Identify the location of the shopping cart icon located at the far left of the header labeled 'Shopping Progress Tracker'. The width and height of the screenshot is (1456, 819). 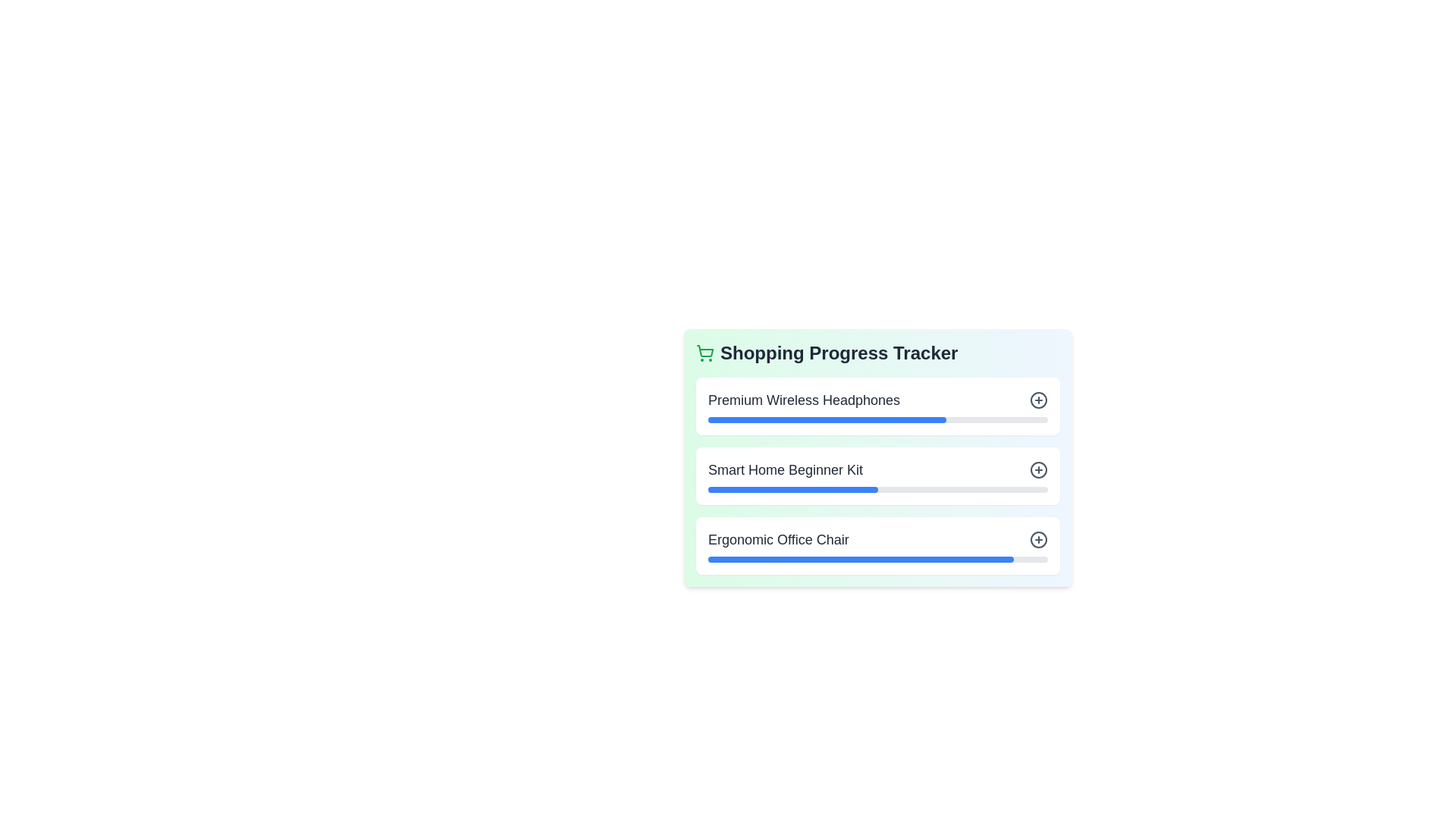
(704, 353).